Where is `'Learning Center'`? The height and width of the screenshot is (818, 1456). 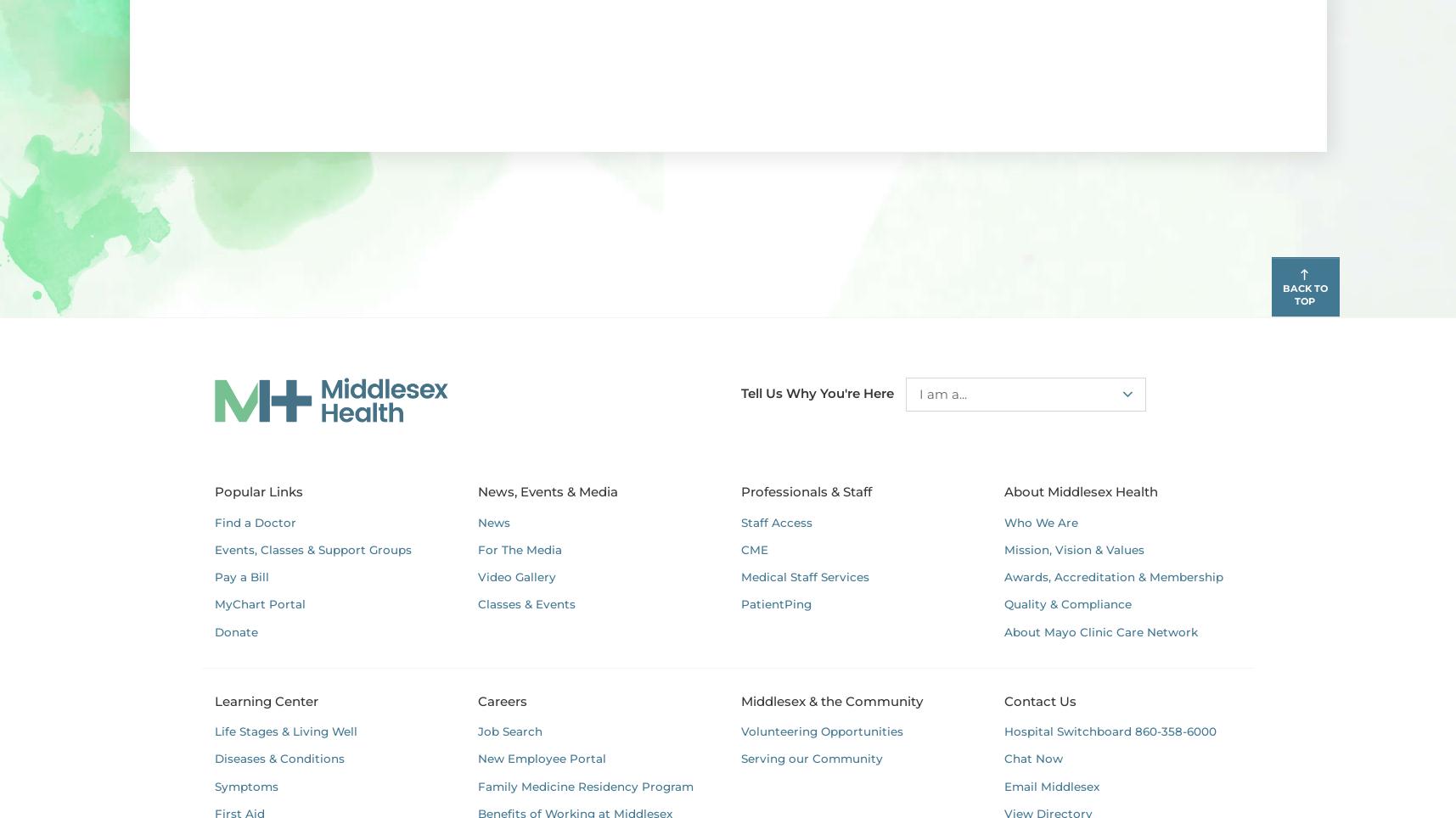
'Learning Center' is located at coordinates (212, 699).